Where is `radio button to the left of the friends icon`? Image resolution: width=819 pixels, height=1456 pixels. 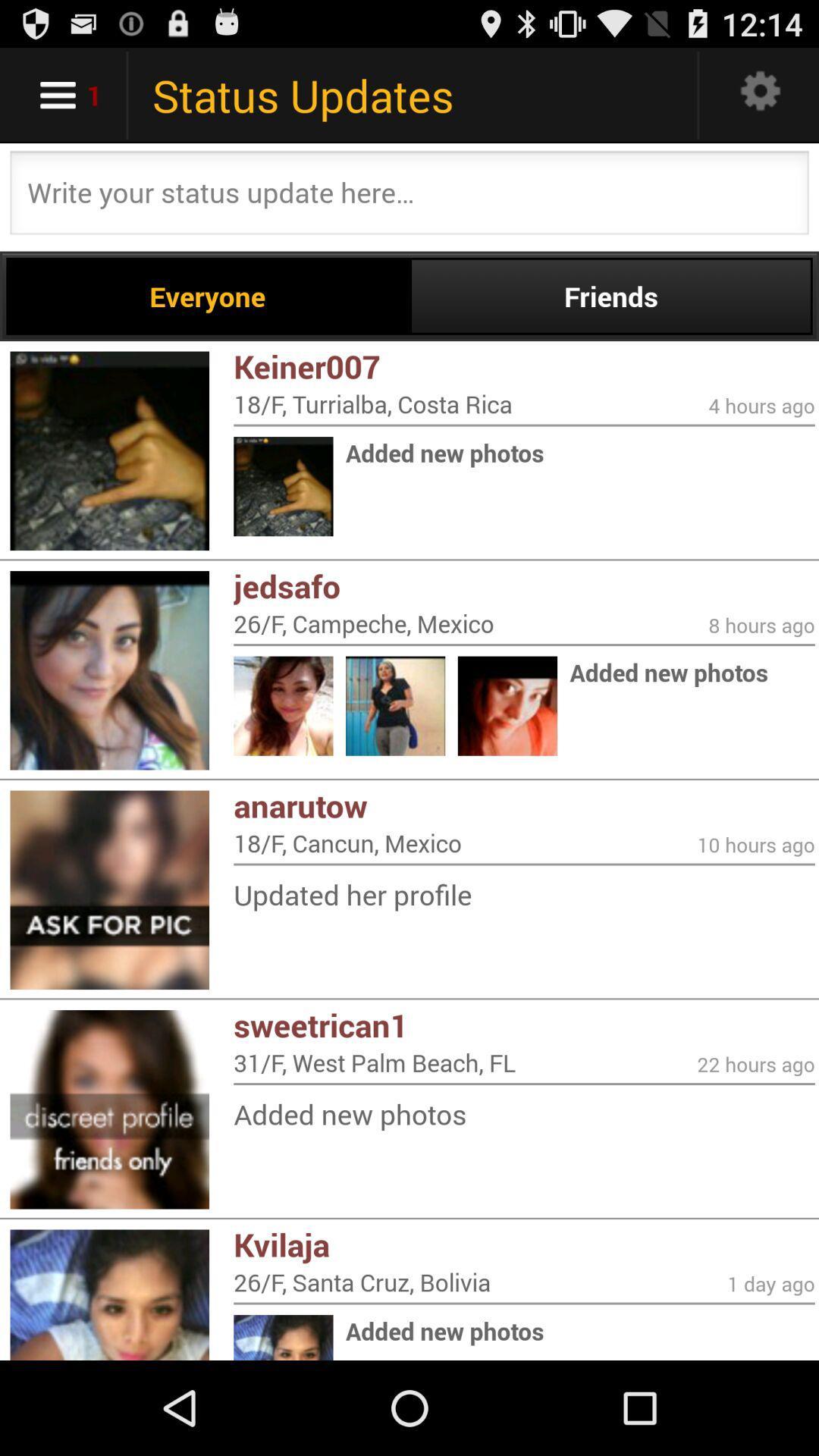
radio button to the left of the friends icon is located at coordinates (208, 296).